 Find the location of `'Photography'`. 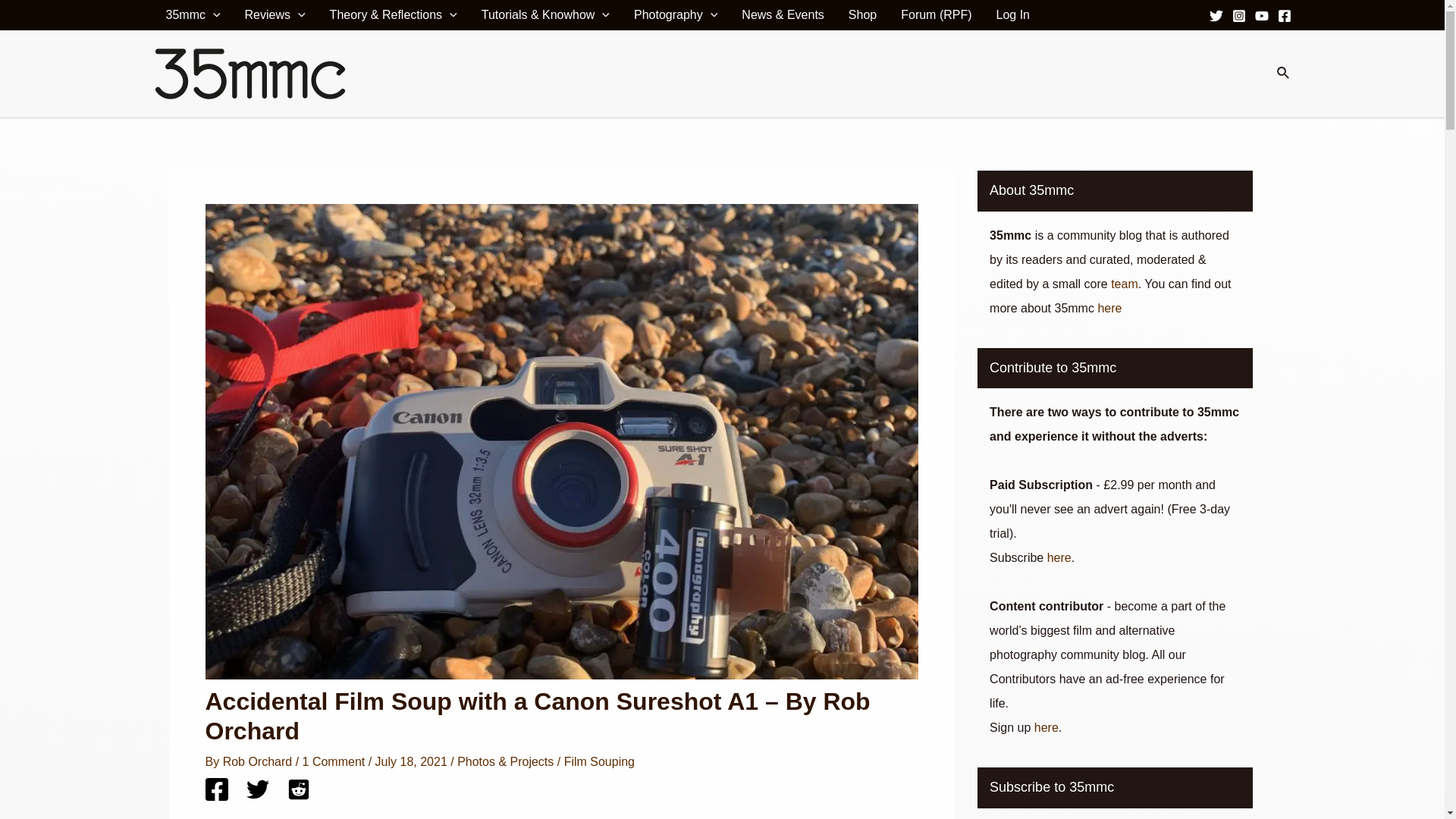

'Photography' is located at coordinates (622, 14).